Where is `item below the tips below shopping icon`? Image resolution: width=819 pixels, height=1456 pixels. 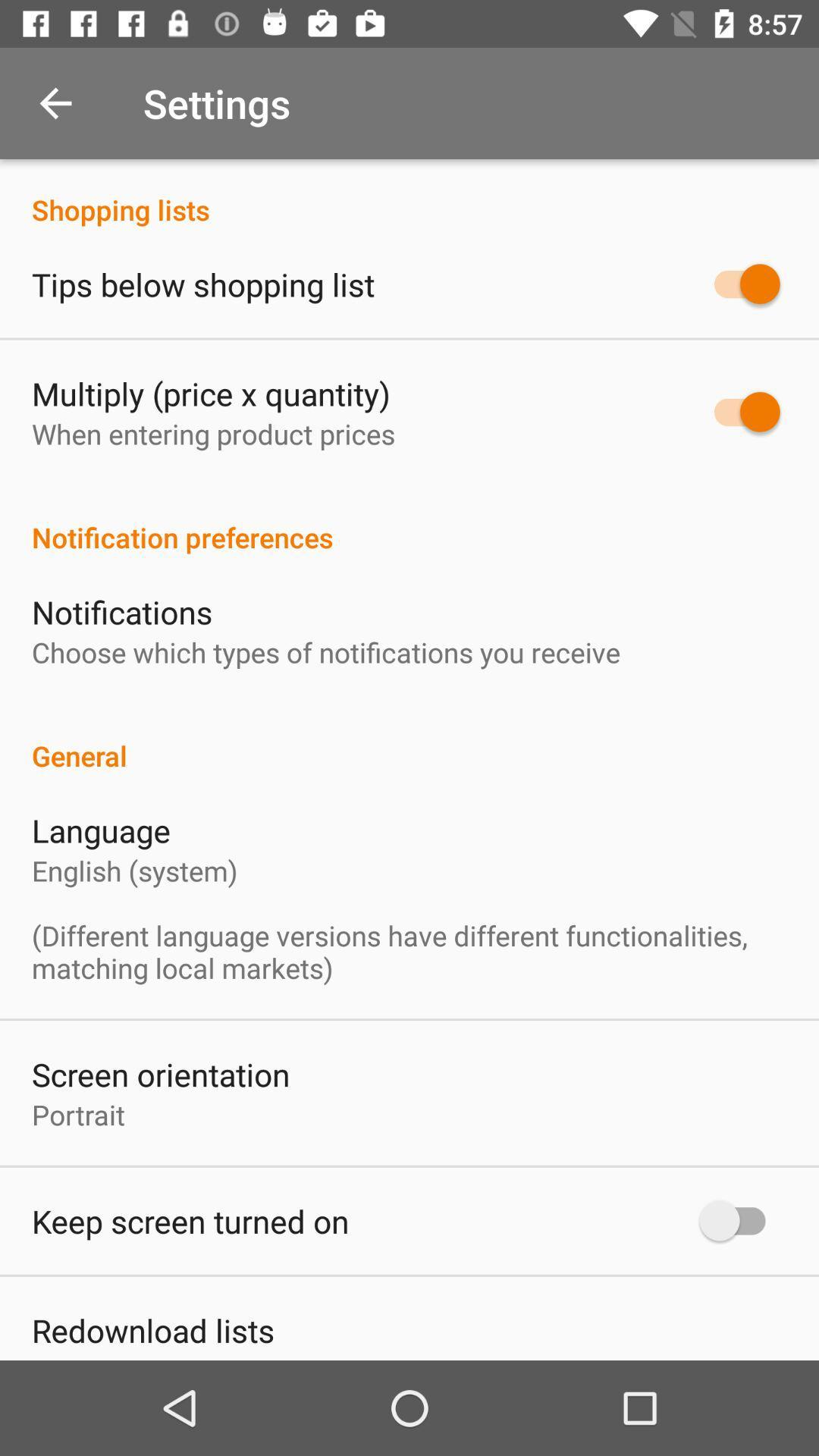
item below the tips below shopping icon is located at coordinates (211, 393).